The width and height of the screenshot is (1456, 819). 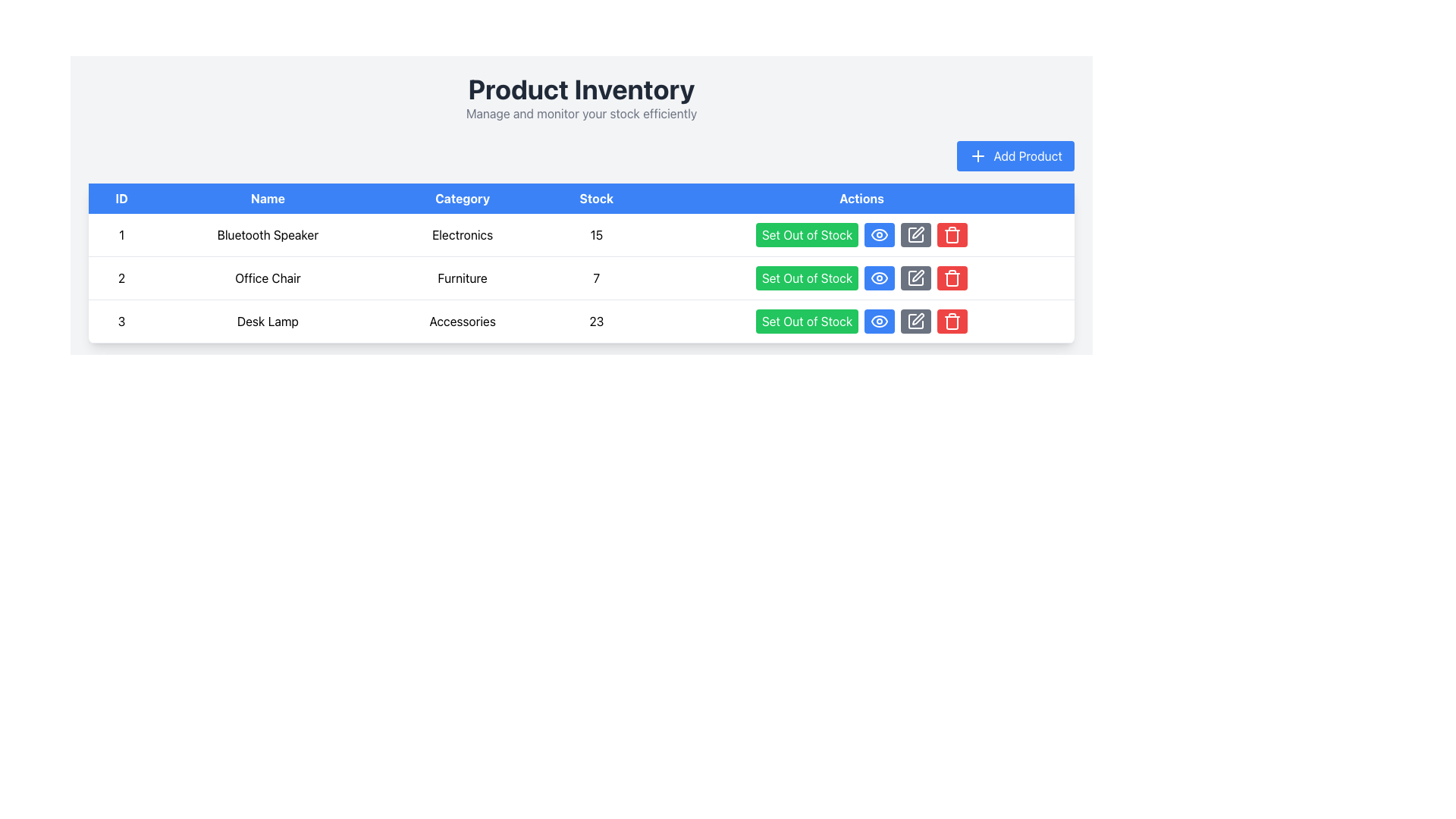 I want to click on the numeric label displaying '2' in the ID column of the second row of the data table, so click(x=121, y=278).